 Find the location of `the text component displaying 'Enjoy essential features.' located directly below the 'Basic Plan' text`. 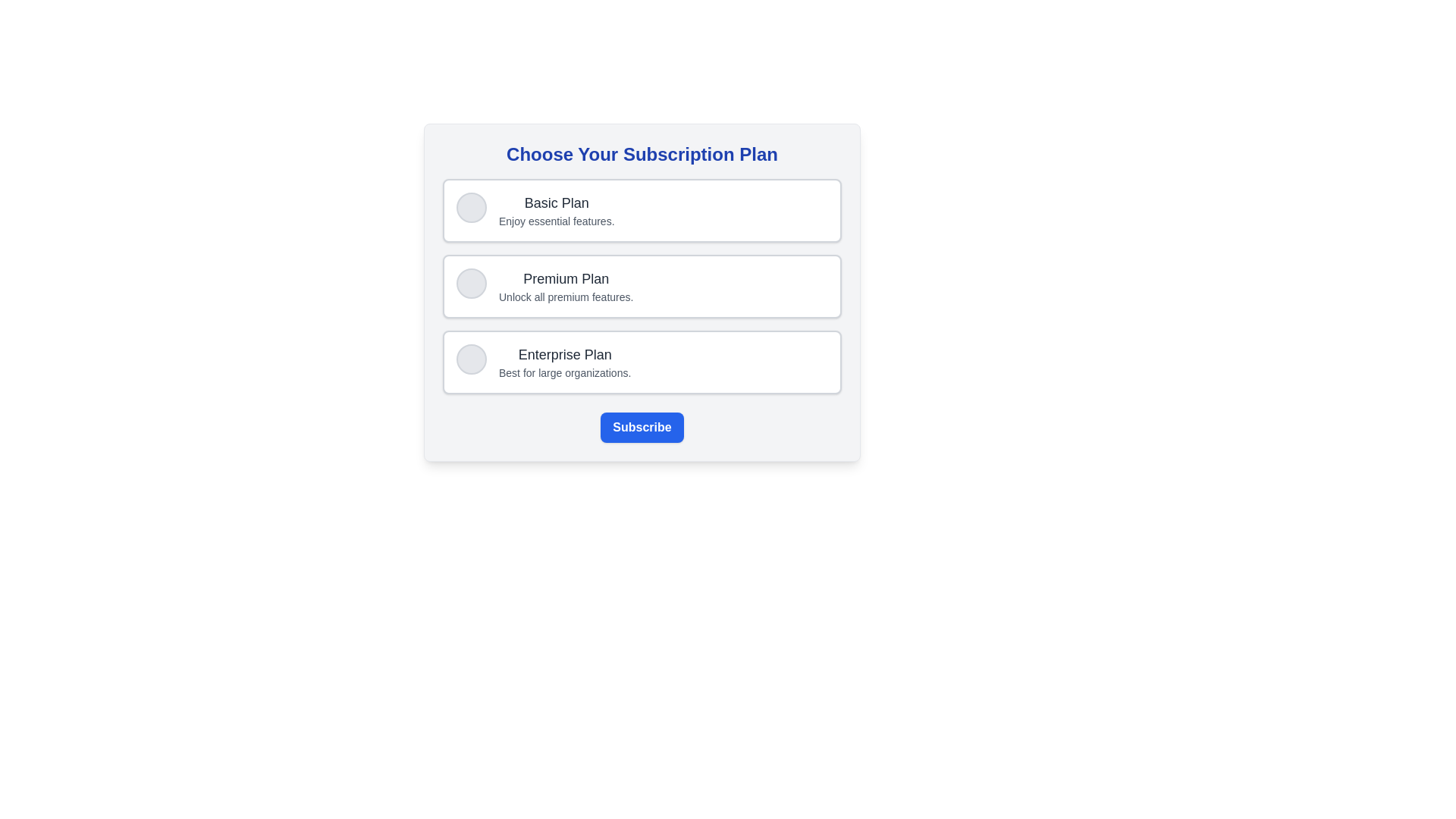

the text component displaying 'Enjoy essential features.' located directly below the 'Basic Plan' text is located at coordinates (556, 221).